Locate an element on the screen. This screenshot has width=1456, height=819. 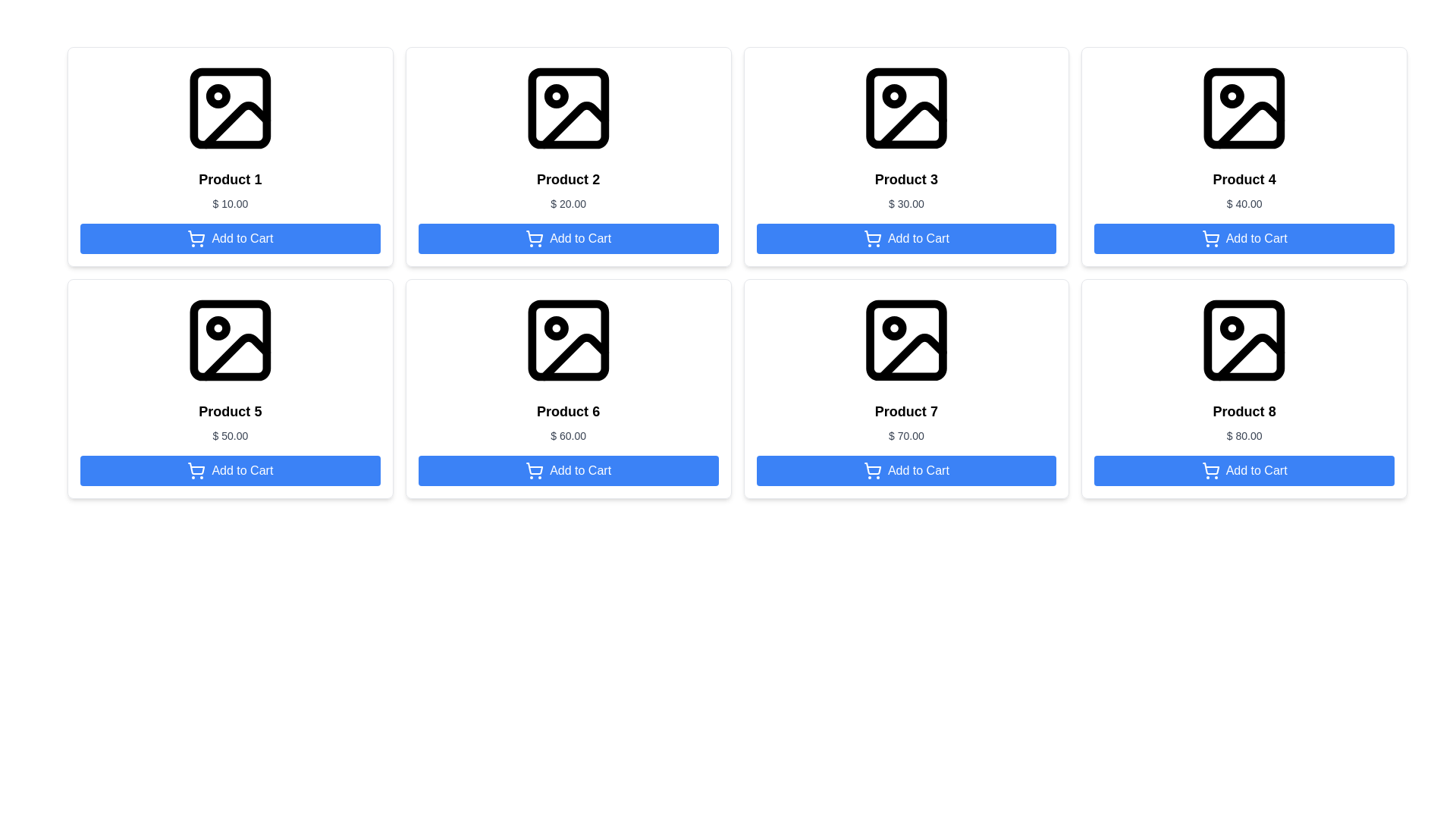
the SVG graphic representing the 'Add to Cart' action for 'Product 7', located in the second row and third column of the grid layout is located at coordinates (873, 468).